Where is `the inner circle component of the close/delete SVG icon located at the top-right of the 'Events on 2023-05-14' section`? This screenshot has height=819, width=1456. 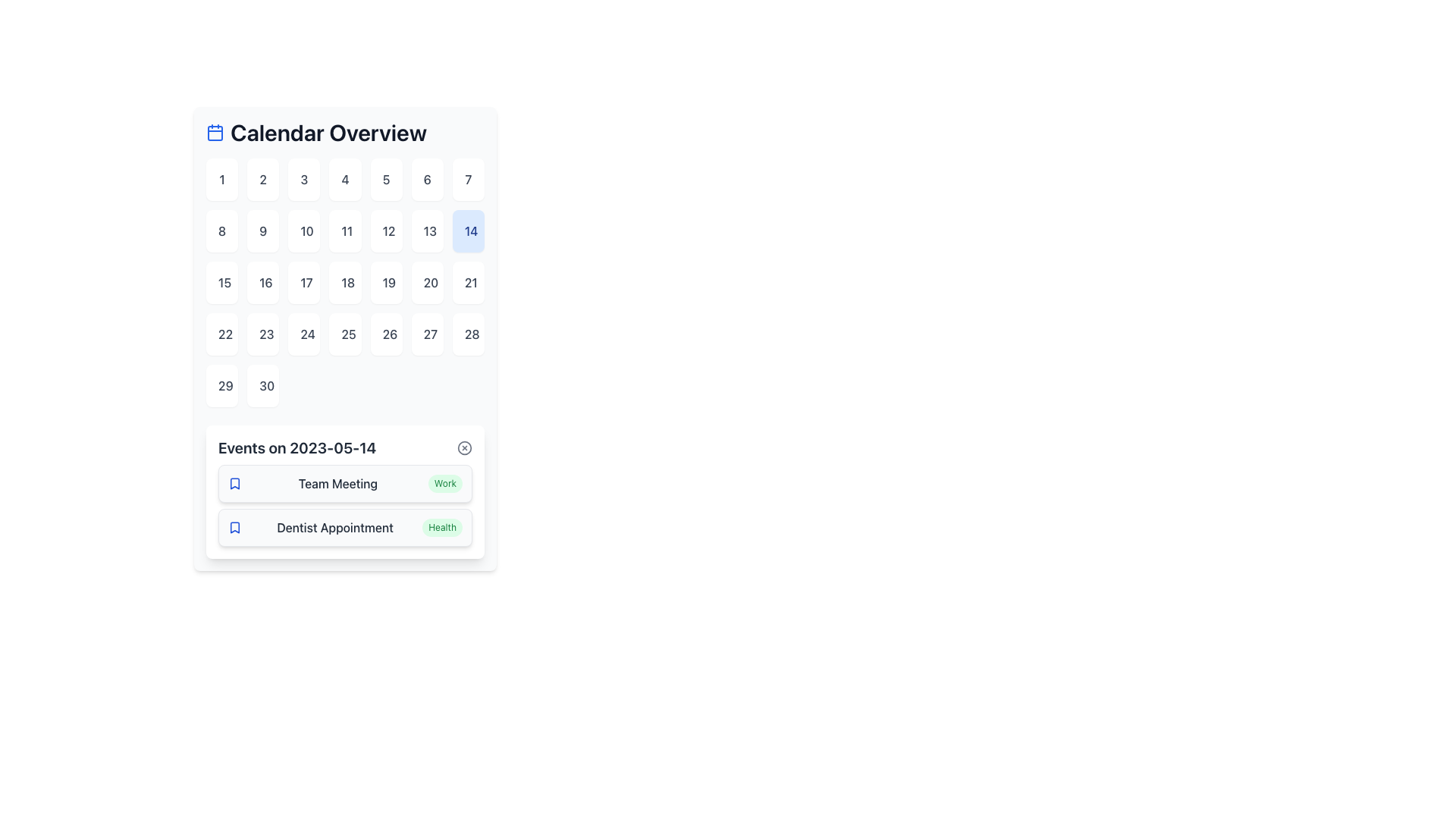 the inner circle component of the close/delete SVG icon located at the top-right of the 'Events on 2023-05-14' section is located at coordinates (464, 447).